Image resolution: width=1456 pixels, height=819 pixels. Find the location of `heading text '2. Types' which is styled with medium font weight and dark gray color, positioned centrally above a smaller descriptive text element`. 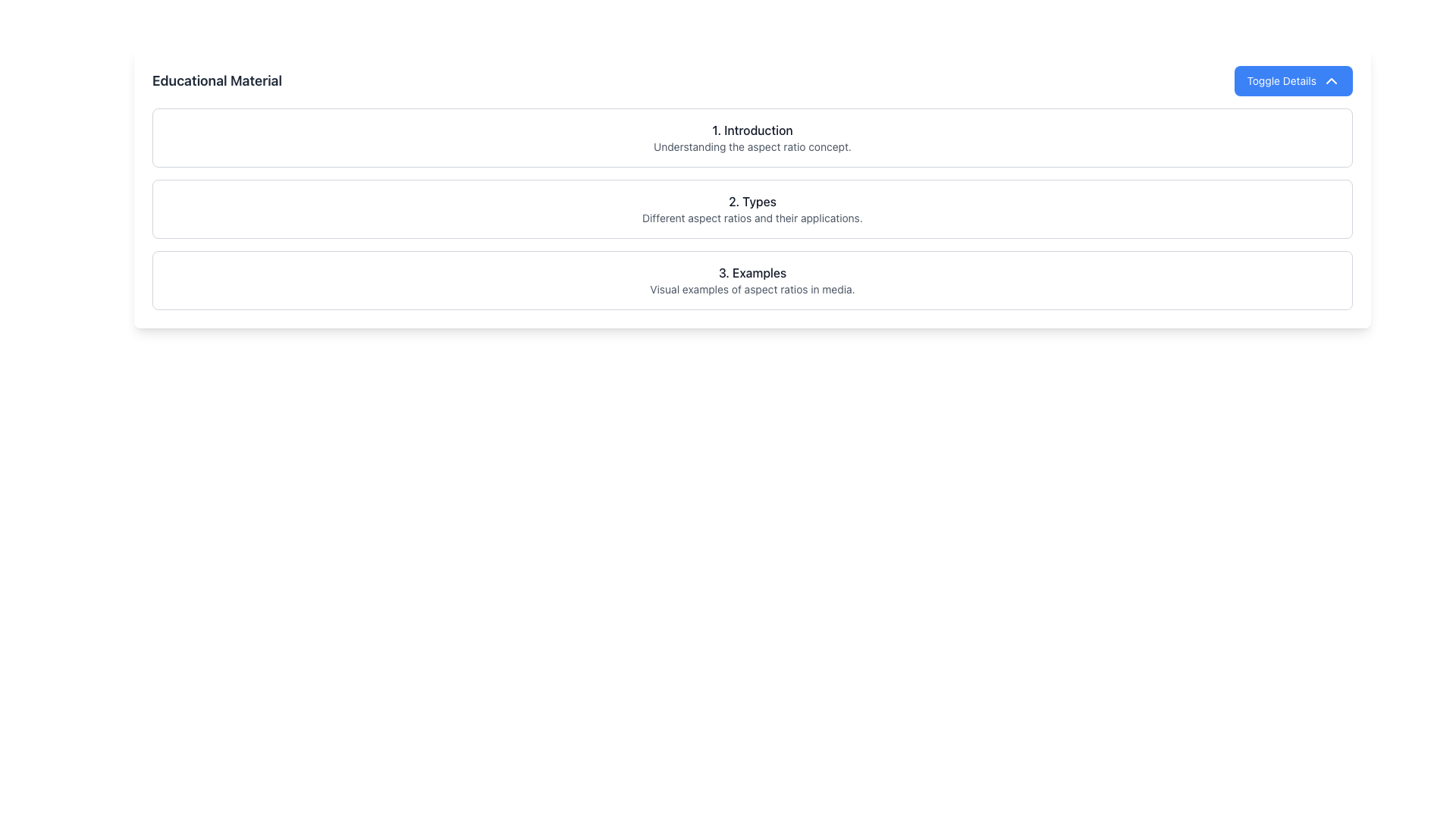

heading text '2. Types' which is styled with medium font weight and dark gray color, positioned centrally above a smaller descriptive text element is located at coordinates (752, 201).